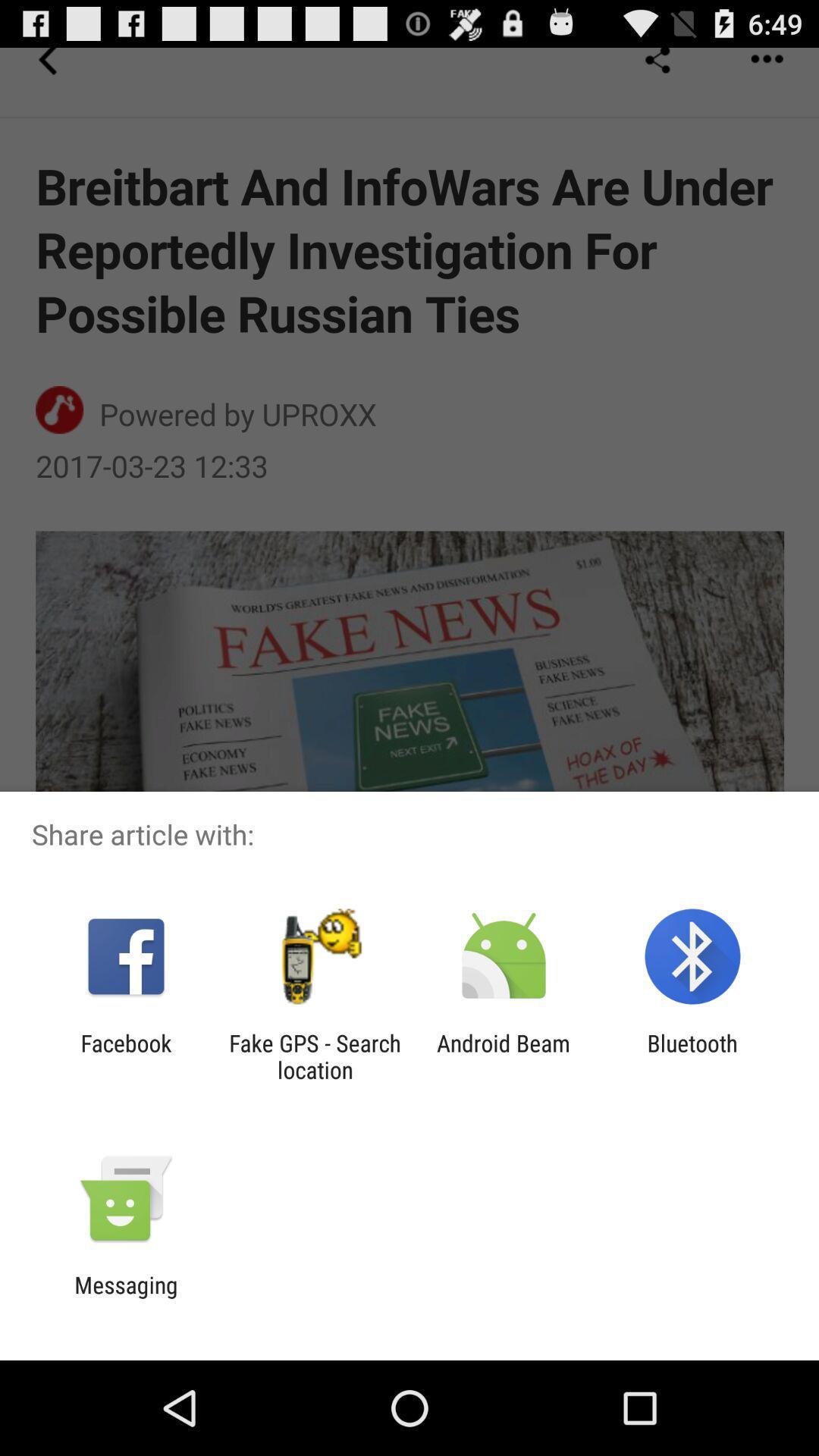 The width and height of the screenshot is (819, 1456). Describe the element at coordinates (692, 1056) in the screenshot. I see `the item to the right of android beam icon` at that location.